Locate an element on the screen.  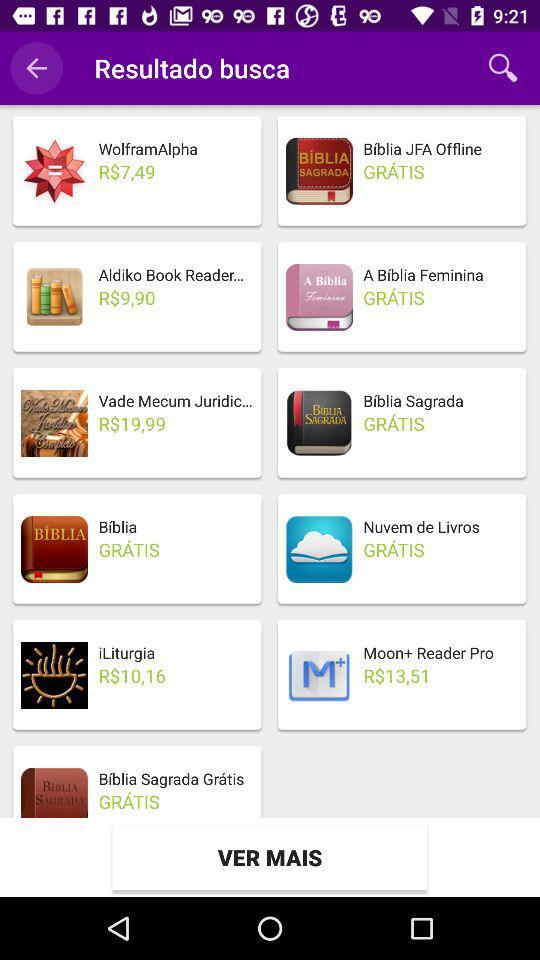
the second icon in the second row is located at coordinates (319, 296).